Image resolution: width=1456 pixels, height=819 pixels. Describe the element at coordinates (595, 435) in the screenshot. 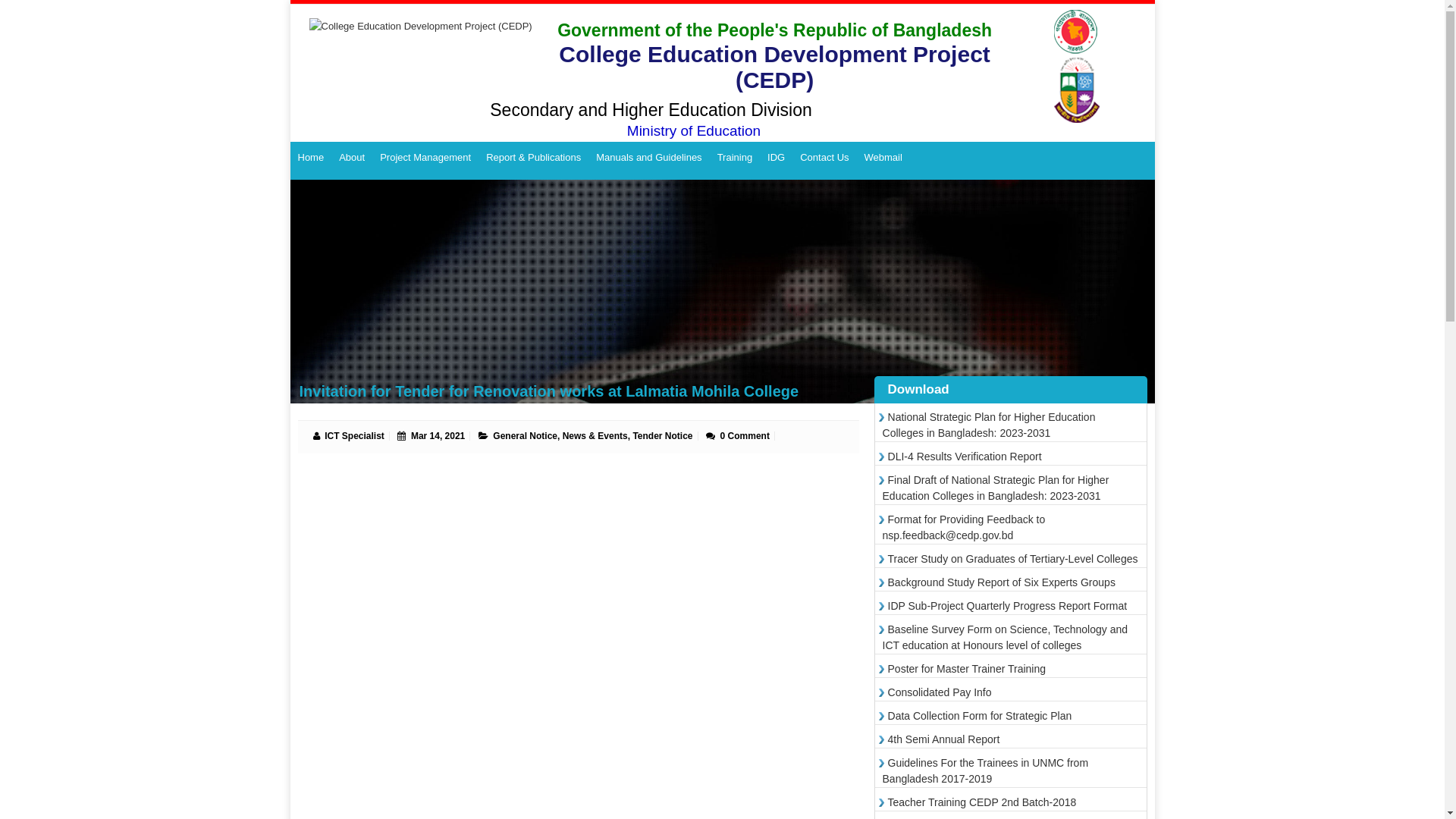

I see `'News & Events'` at that location.